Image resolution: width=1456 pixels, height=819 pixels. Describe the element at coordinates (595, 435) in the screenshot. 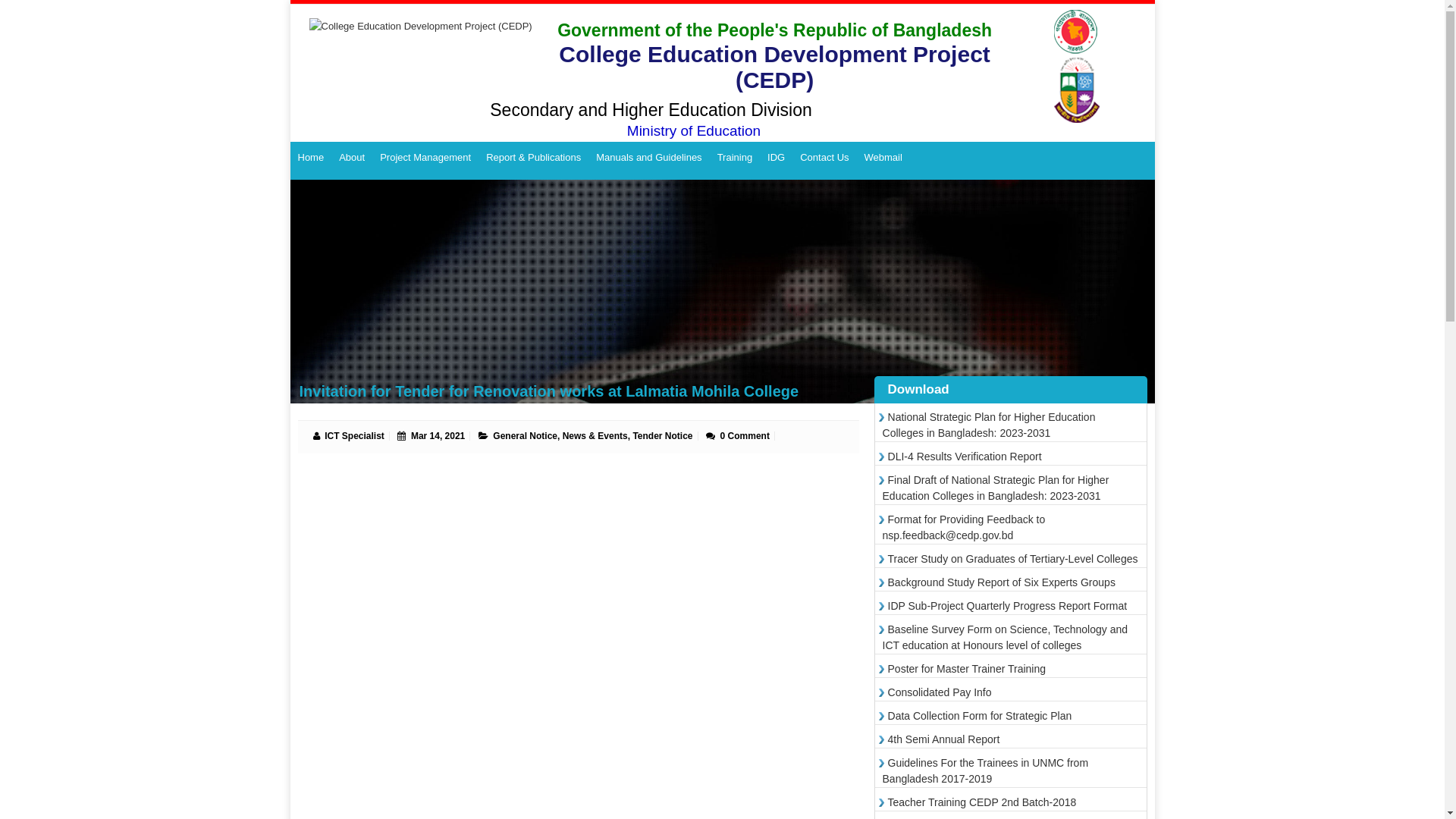

I see `'News & Events'` at that location.